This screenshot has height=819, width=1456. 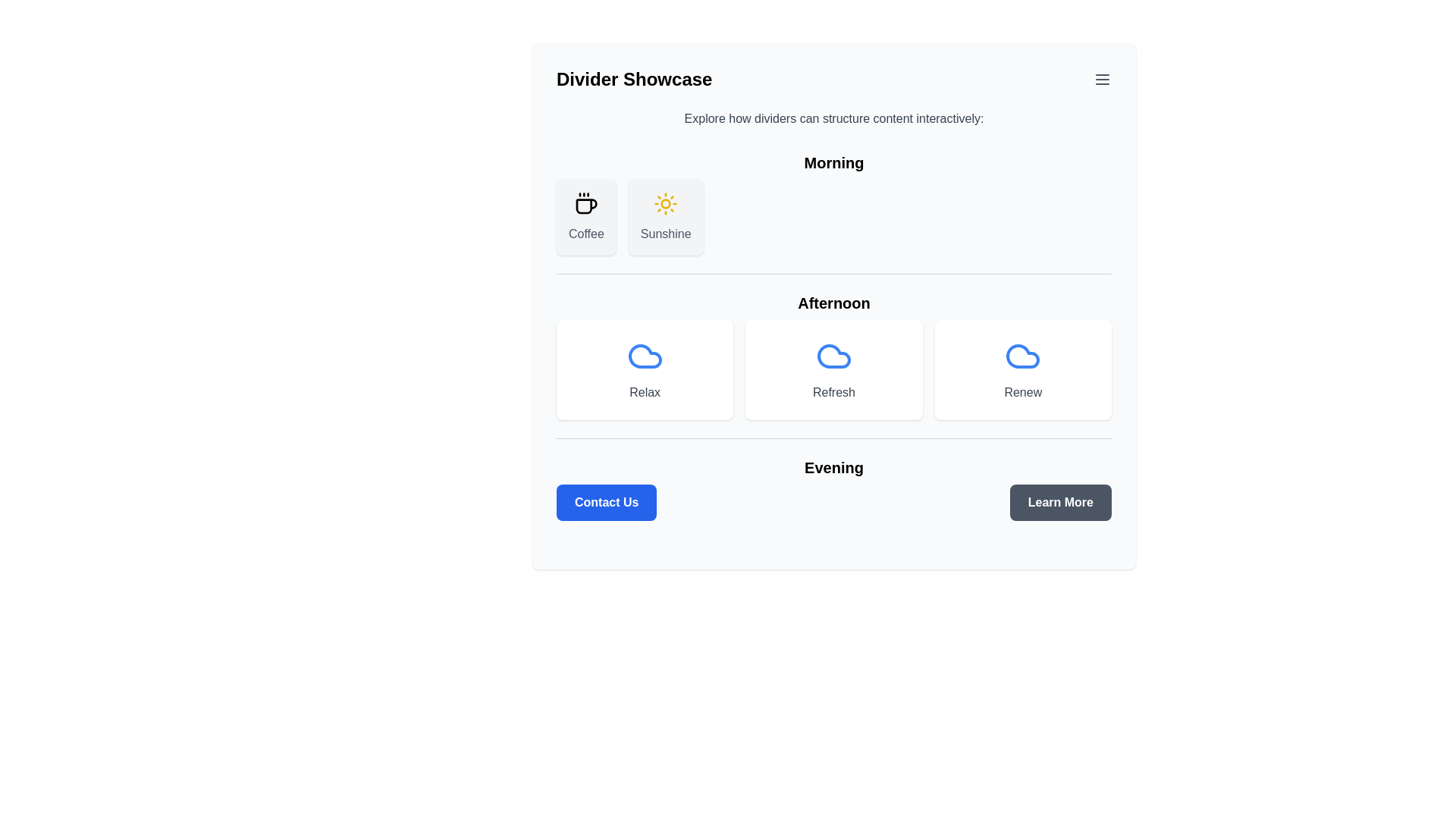 I want to click on the small circular shape of the sun icon located above the 'Sunshine' label in the 'Morning' section of the interface, so click(x=666, y=203).